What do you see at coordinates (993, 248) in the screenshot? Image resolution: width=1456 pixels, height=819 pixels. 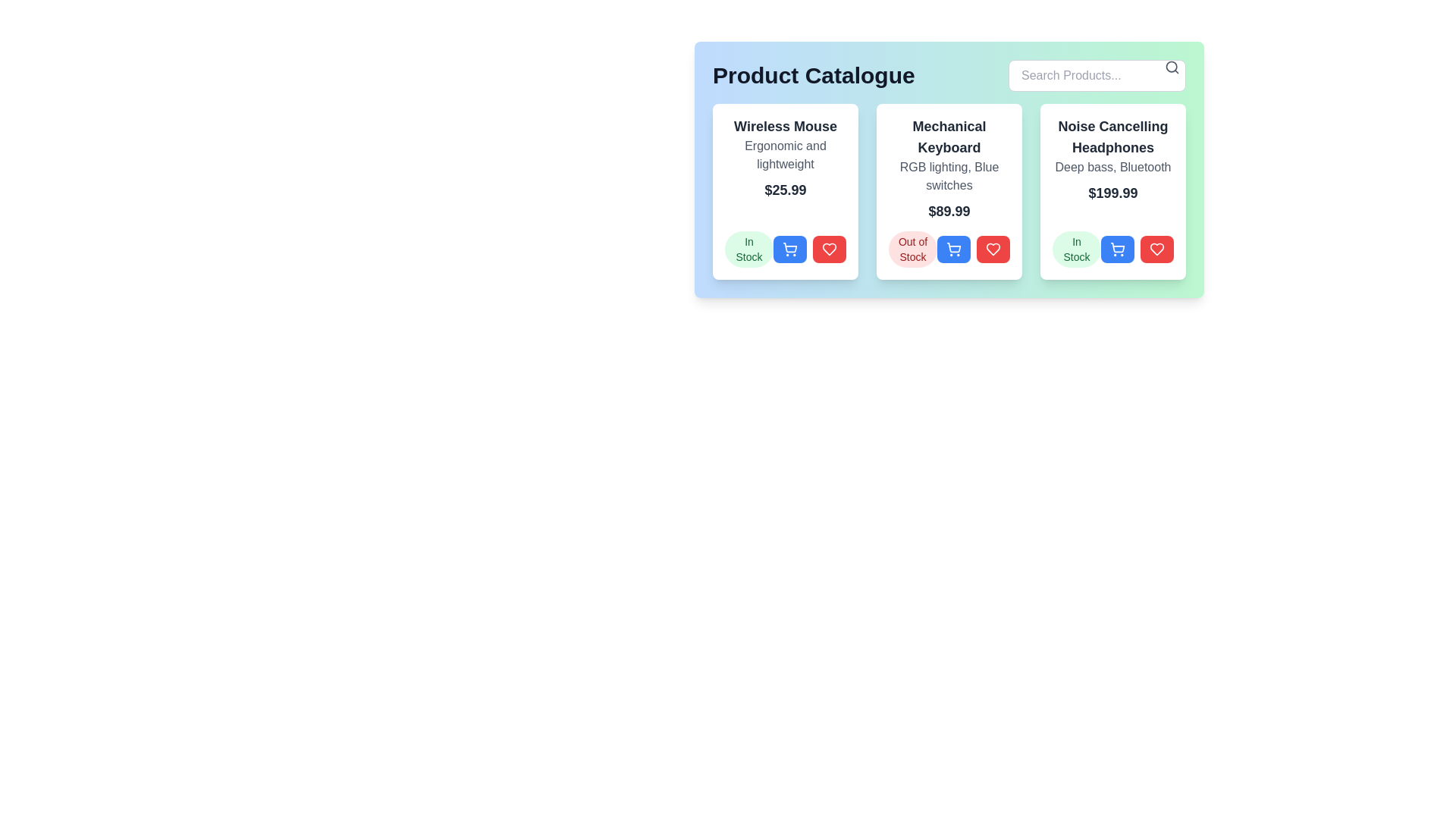 I see `the heart-shaped icon filled with red color located at the bottom right of the product card for 'Noise Cancelling Headphones'` at bounding box center [993, 248].